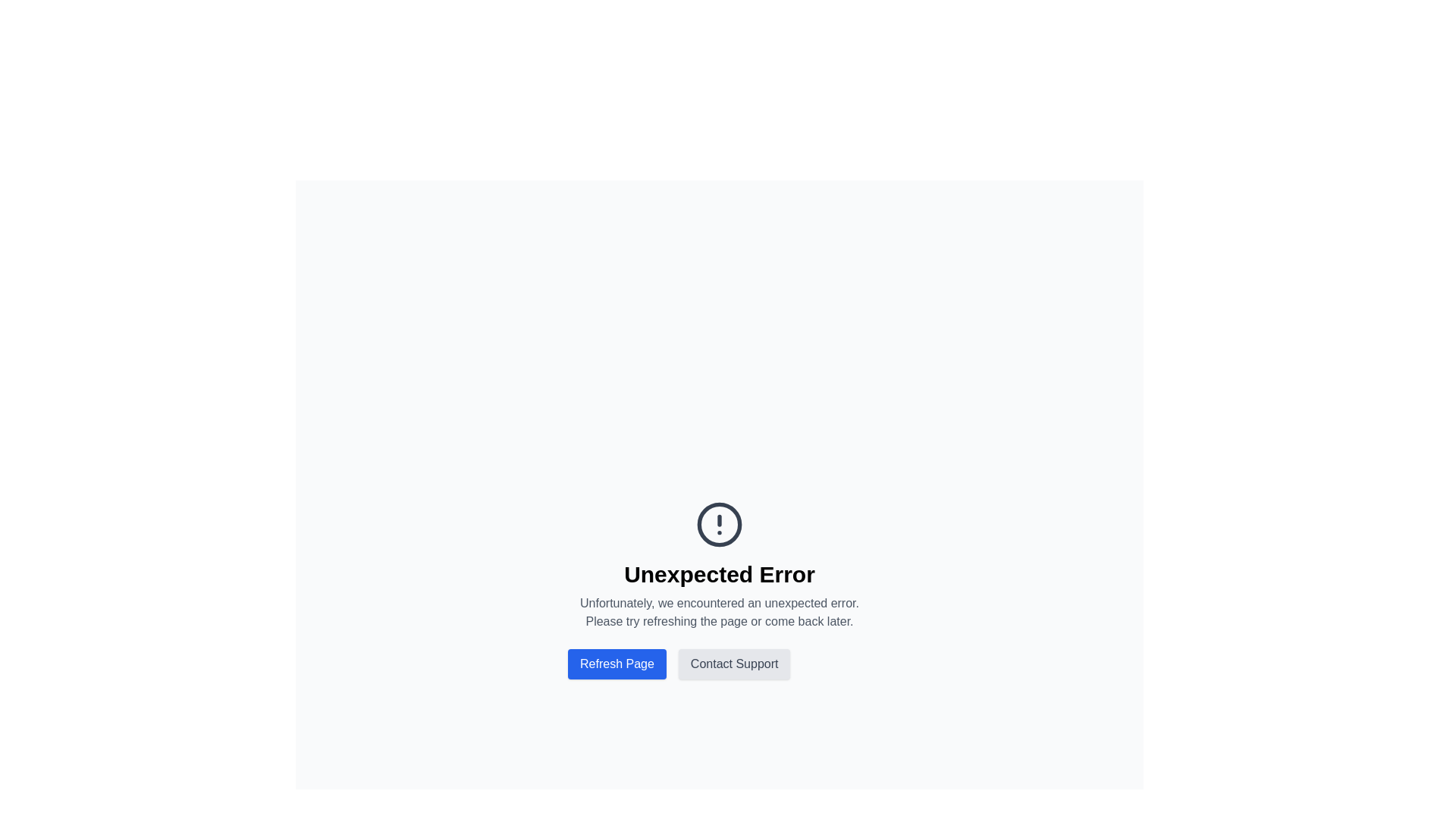 The width and height of the screenshot is (1456, 819). I want to click on the refresh button located to the left of the 'Contact Support' button, which is designed to reload the current page and address the error situation above it, so click(617, 663).